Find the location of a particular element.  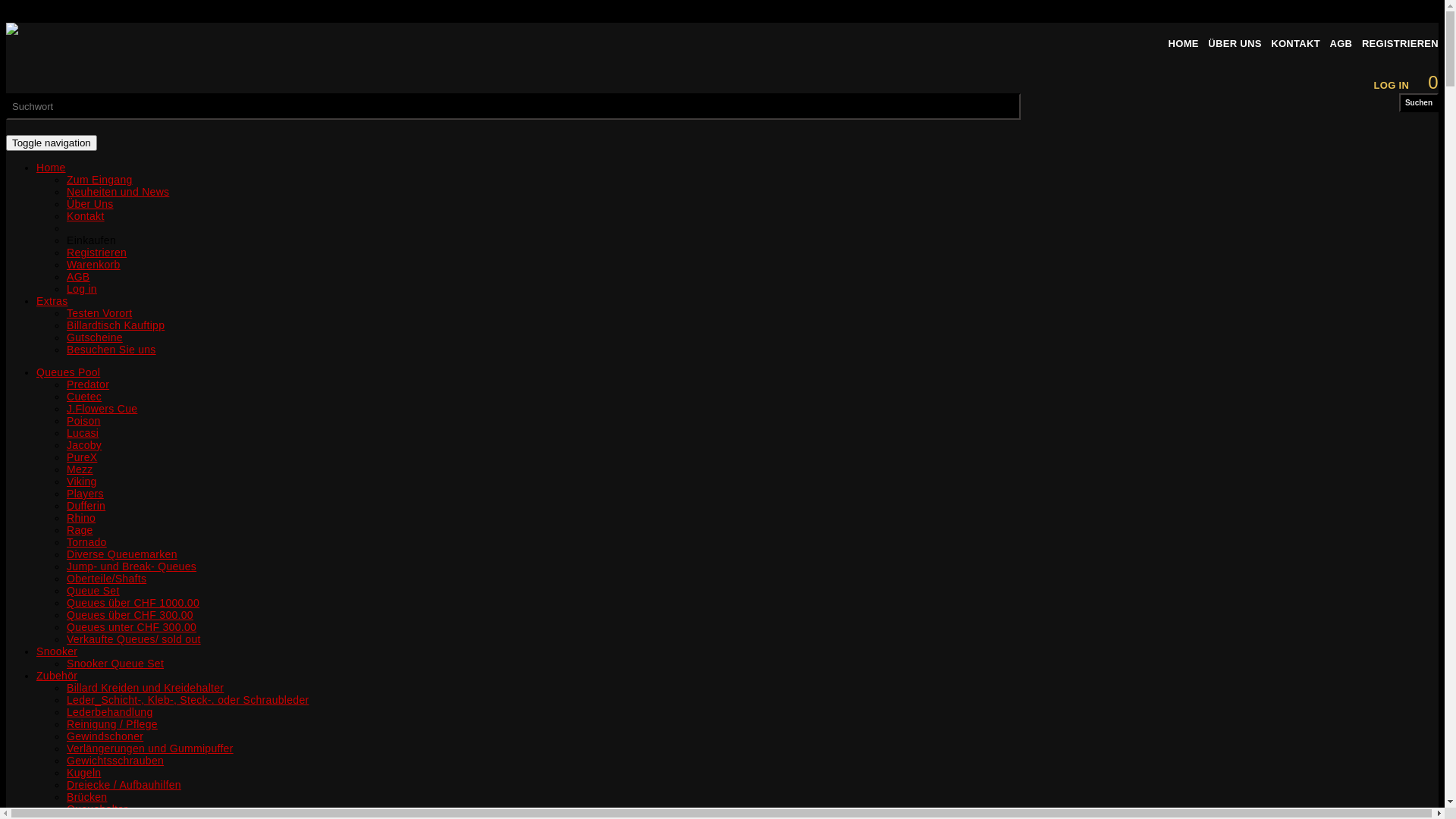

'Suchen' is located at coordinates (1418, 102).